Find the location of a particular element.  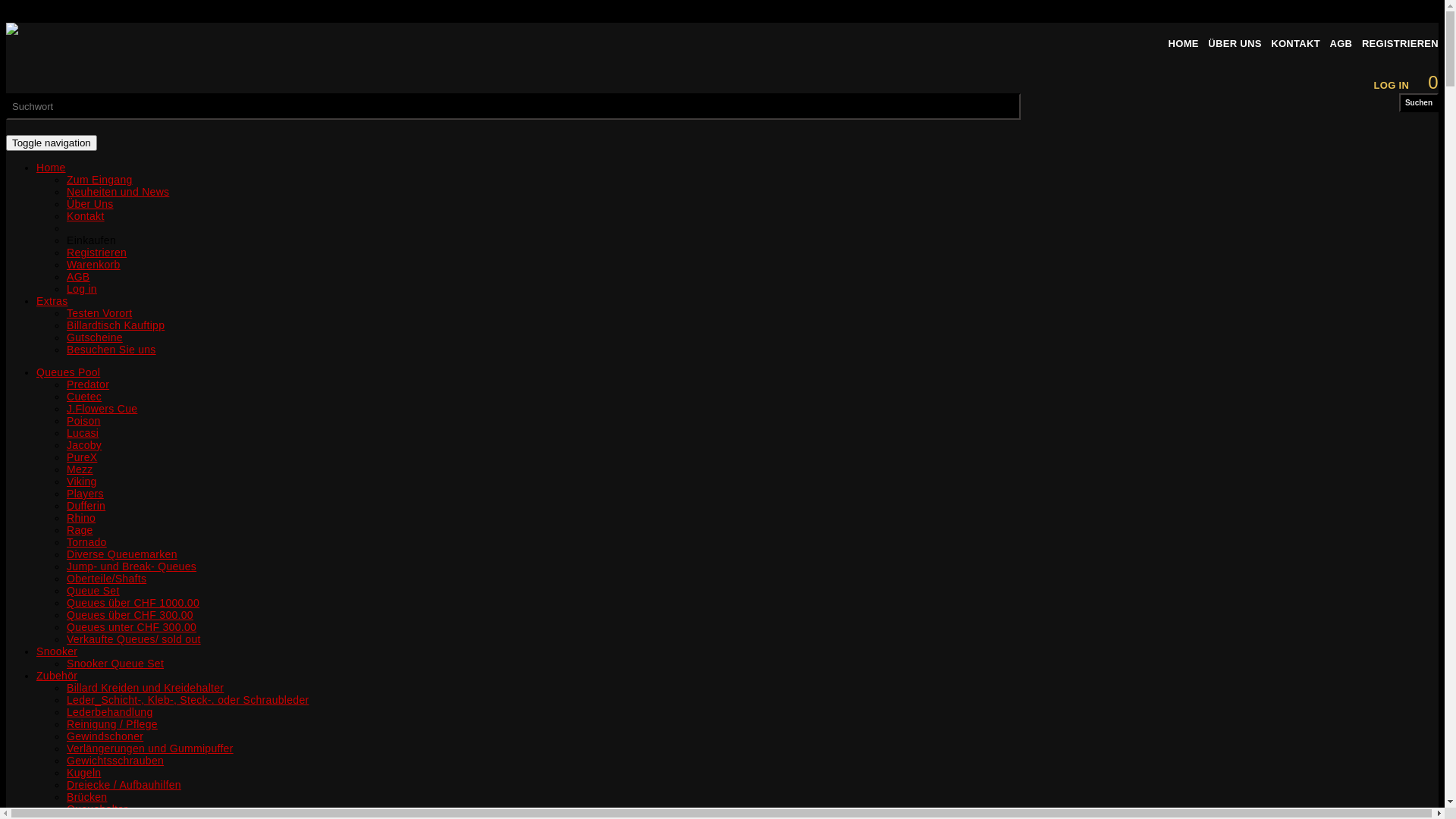

'Suchen' is located at coordinates (1418, 102).